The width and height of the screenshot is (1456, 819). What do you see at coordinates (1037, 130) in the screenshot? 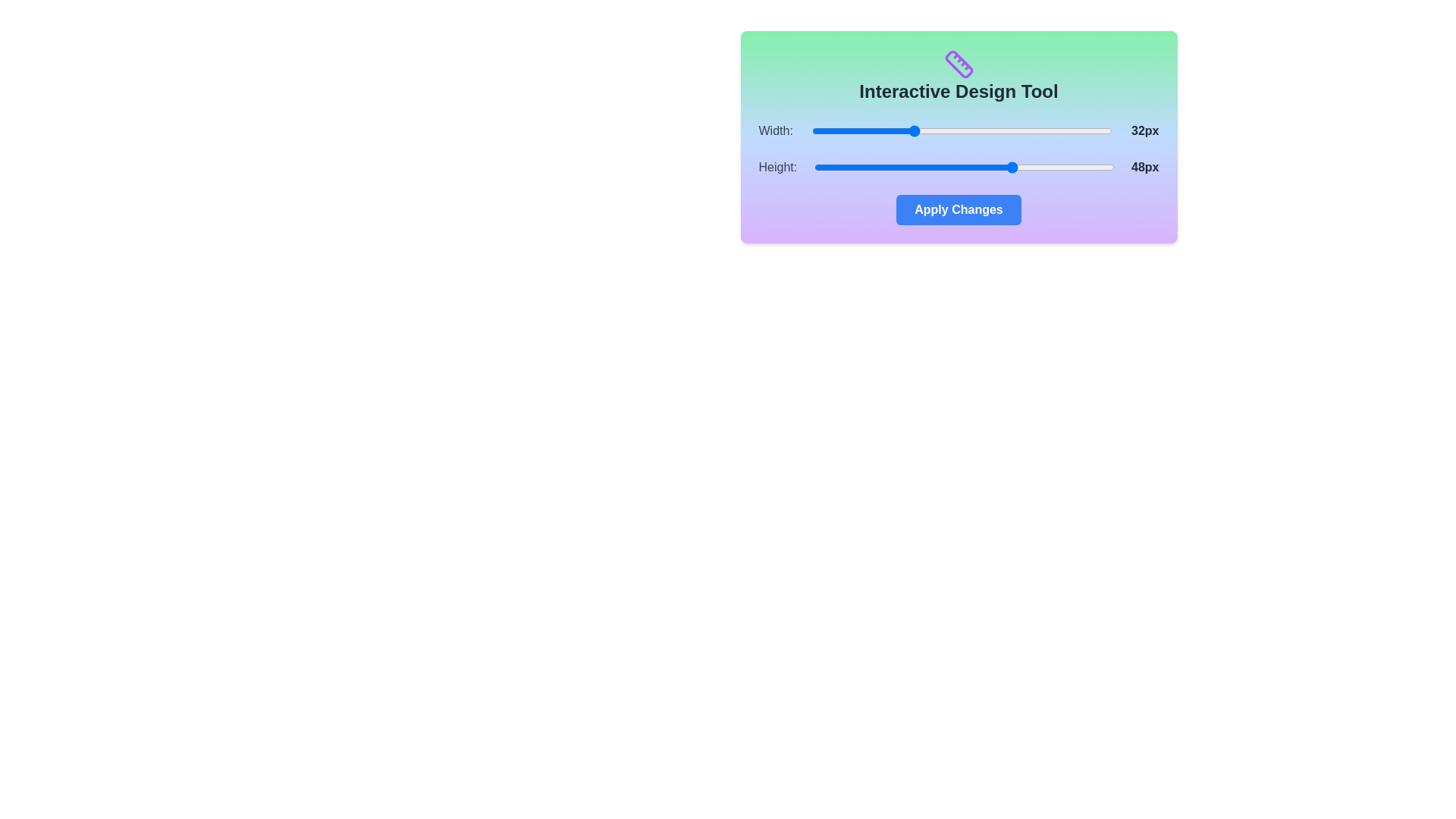
I see `the 'Width' slider to set its value to 52 within the range of 16 to 64` at bounding box center [1037, 130].